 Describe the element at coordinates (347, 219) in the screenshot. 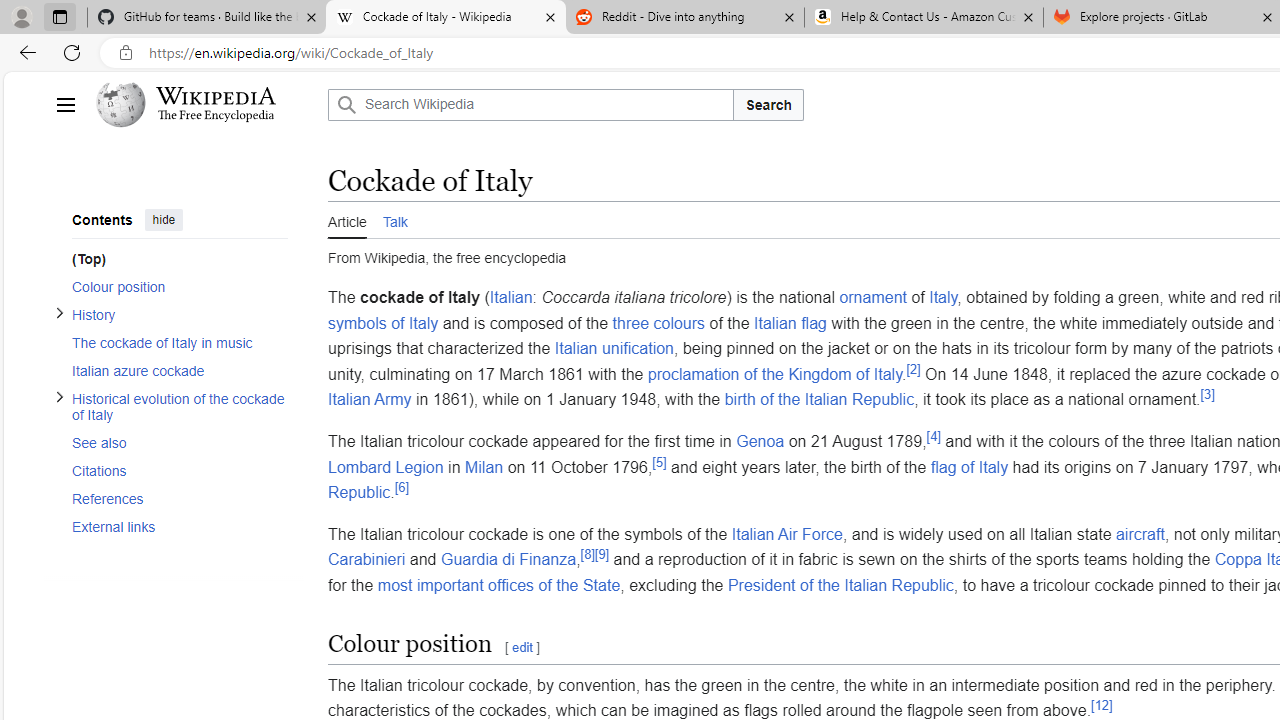

I see `'Article'` at that location.